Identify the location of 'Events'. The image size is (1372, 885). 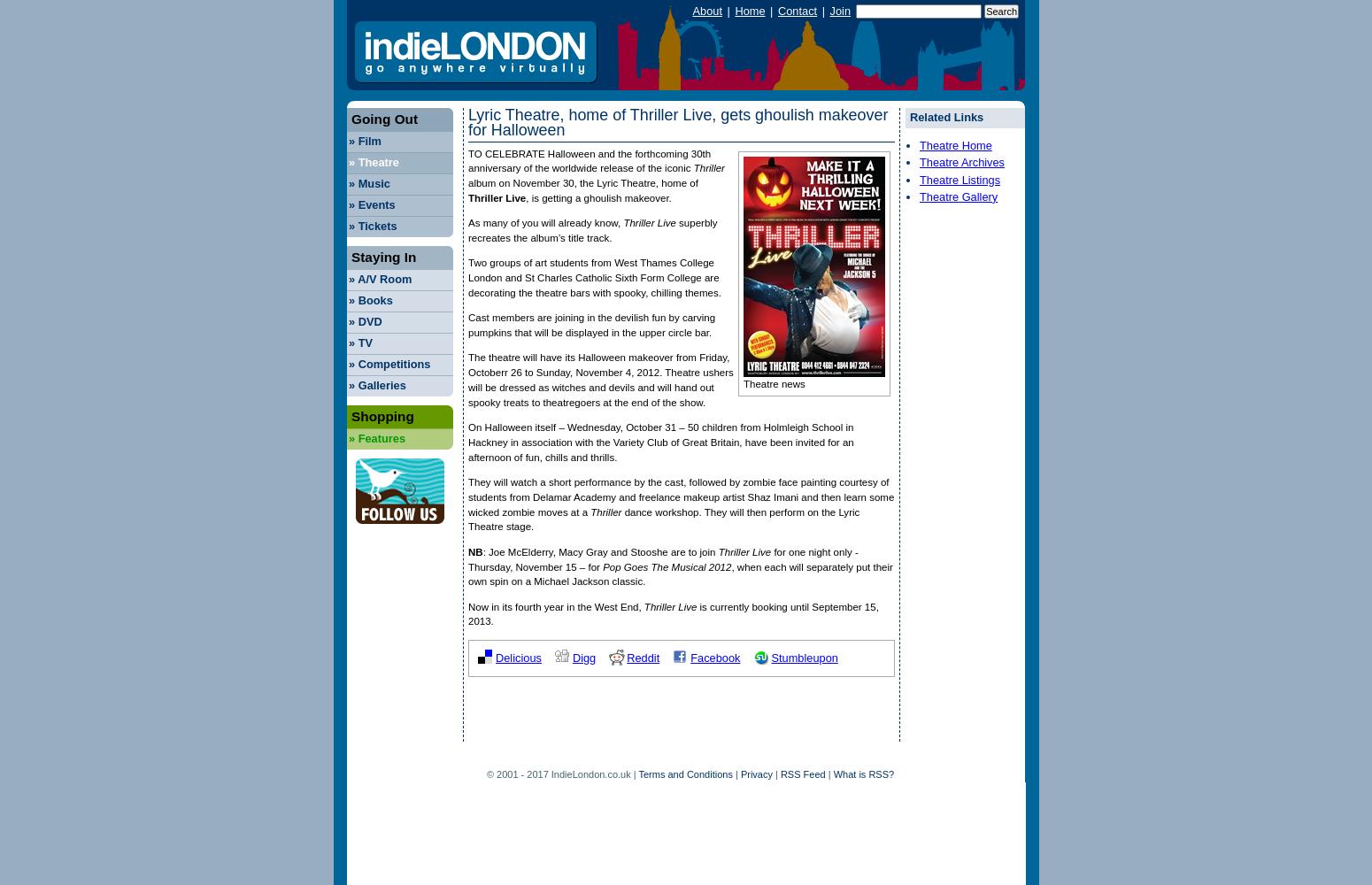
(374, 203).